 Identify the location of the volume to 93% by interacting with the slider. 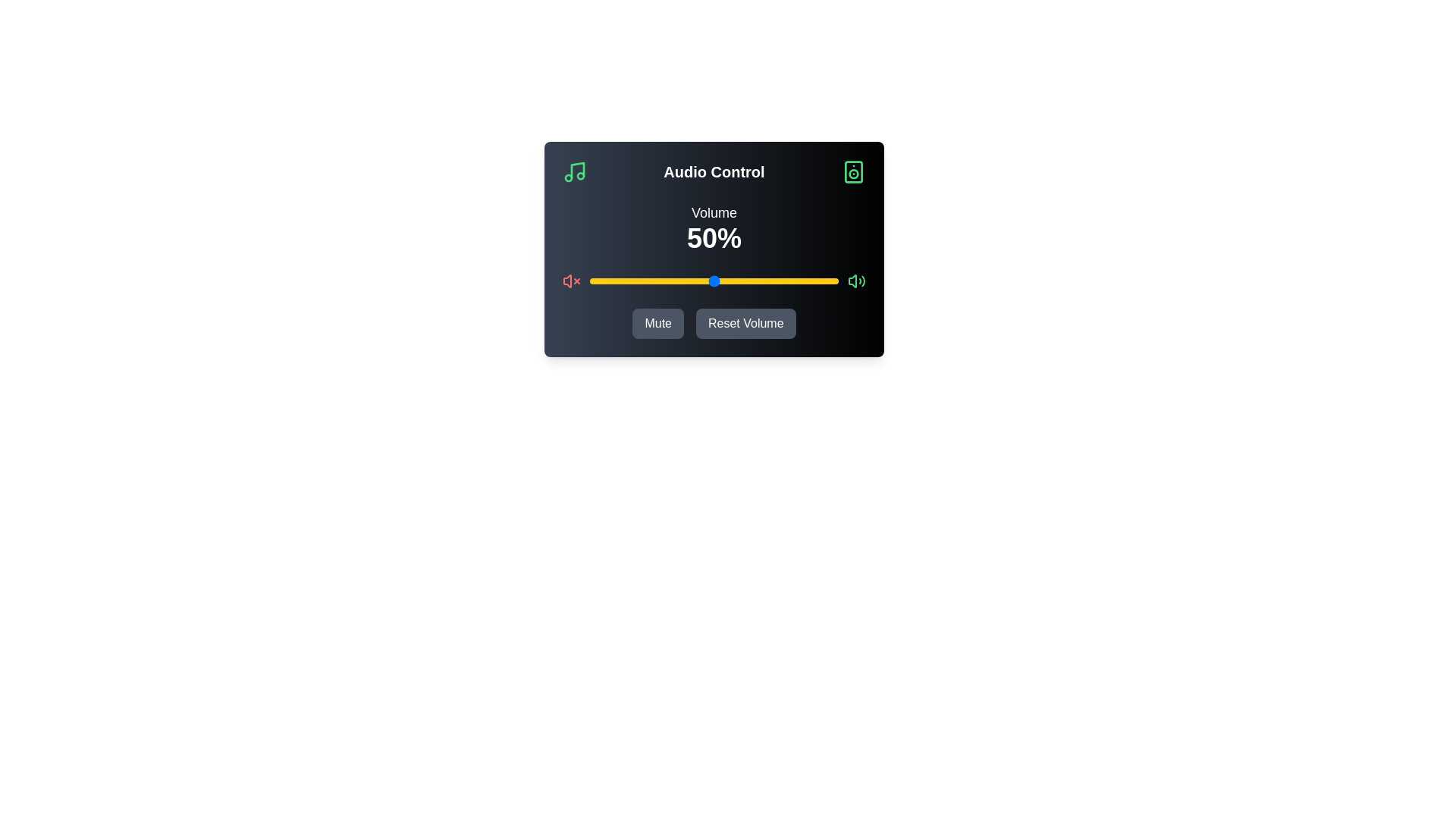
(821, 281).